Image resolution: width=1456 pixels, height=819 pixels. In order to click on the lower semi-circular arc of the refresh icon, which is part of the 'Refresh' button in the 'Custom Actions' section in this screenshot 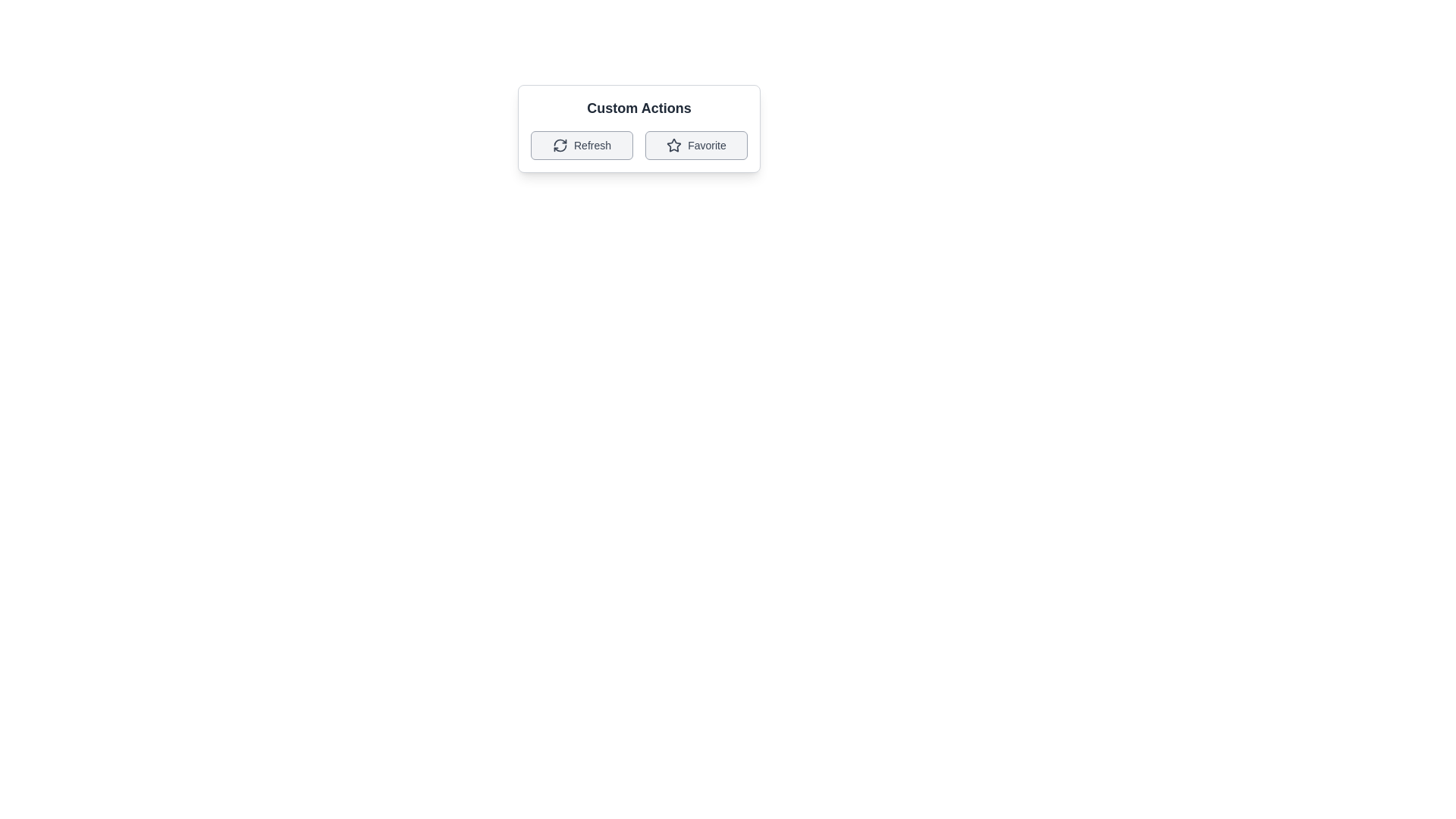, I will do `click(560, 148)`.